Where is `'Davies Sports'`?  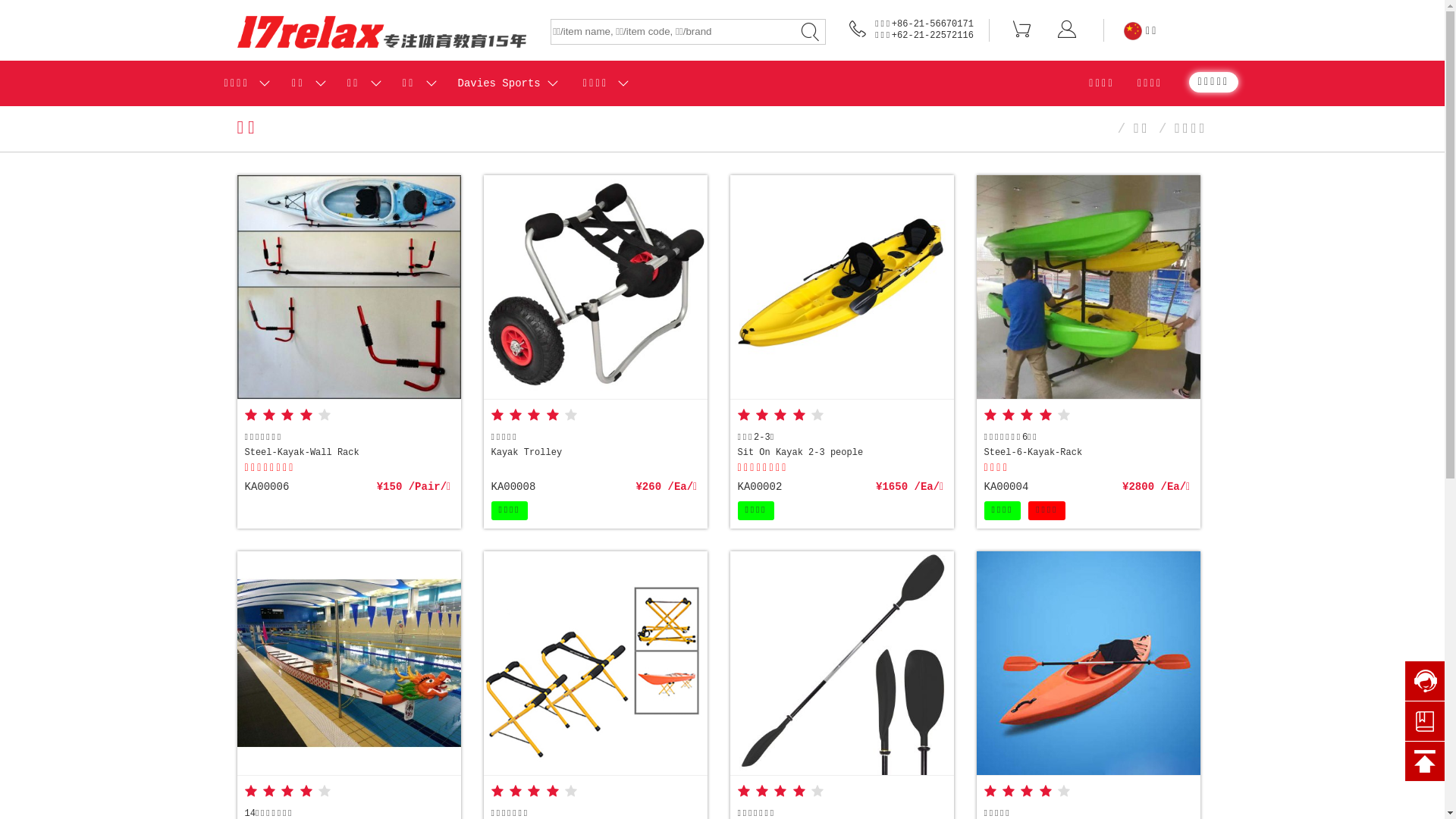
'Davies Sports' is located at coordinates (499, 83).